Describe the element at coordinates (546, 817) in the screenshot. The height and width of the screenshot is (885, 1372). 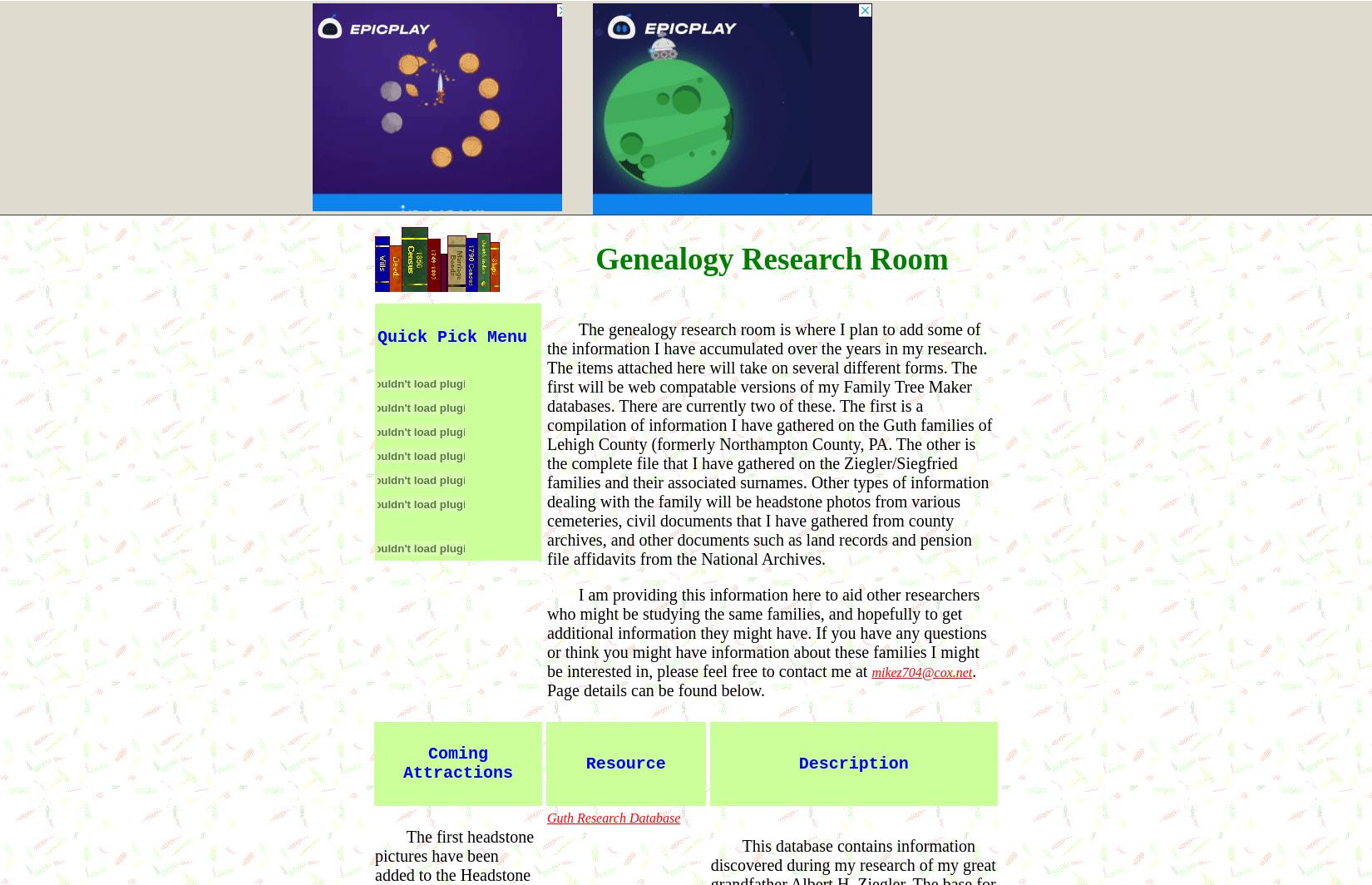
I see `'Guth Research Database'` at that location.